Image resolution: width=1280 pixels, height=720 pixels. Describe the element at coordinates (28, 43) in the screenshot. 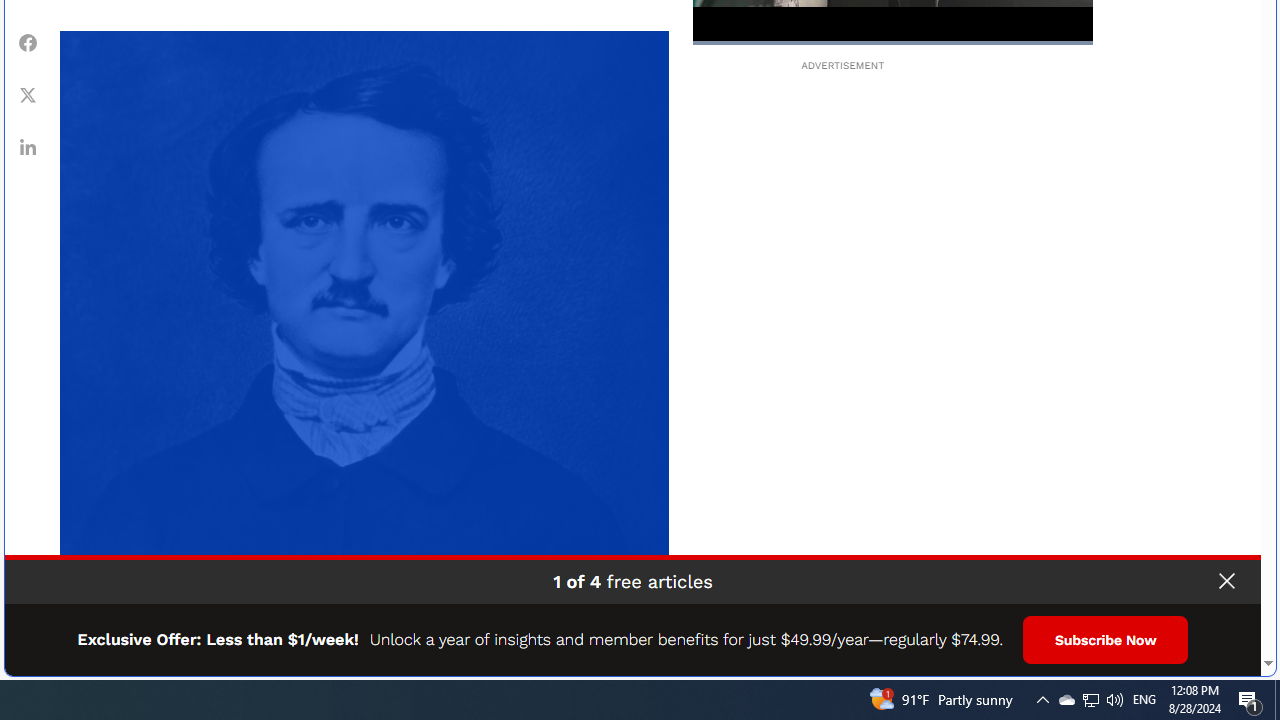

I see `'Share Facebook'` at that location.